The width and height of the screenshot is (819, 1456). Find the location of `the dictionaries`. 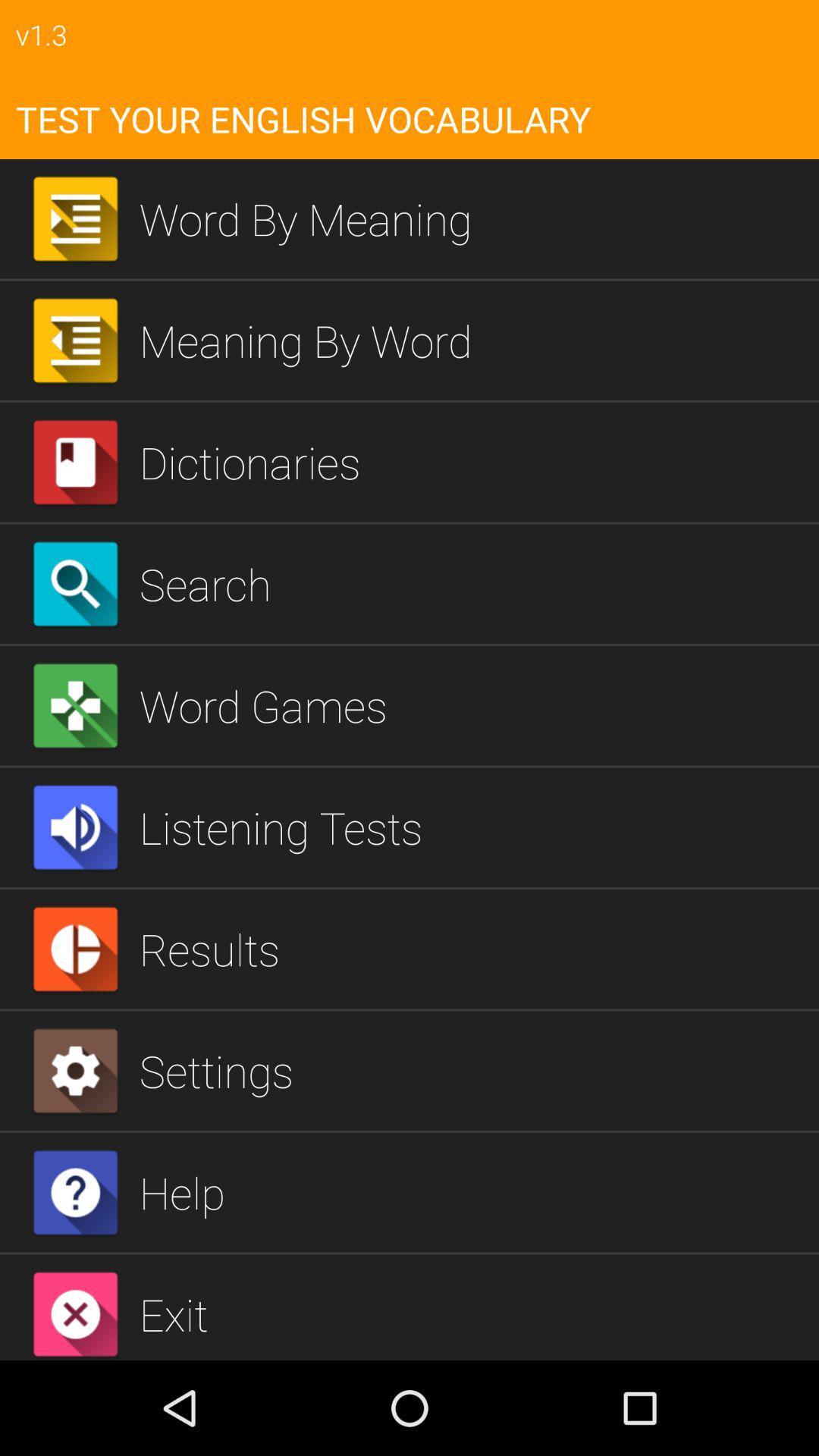

the dictionaries is located at coordinates (472, 461).